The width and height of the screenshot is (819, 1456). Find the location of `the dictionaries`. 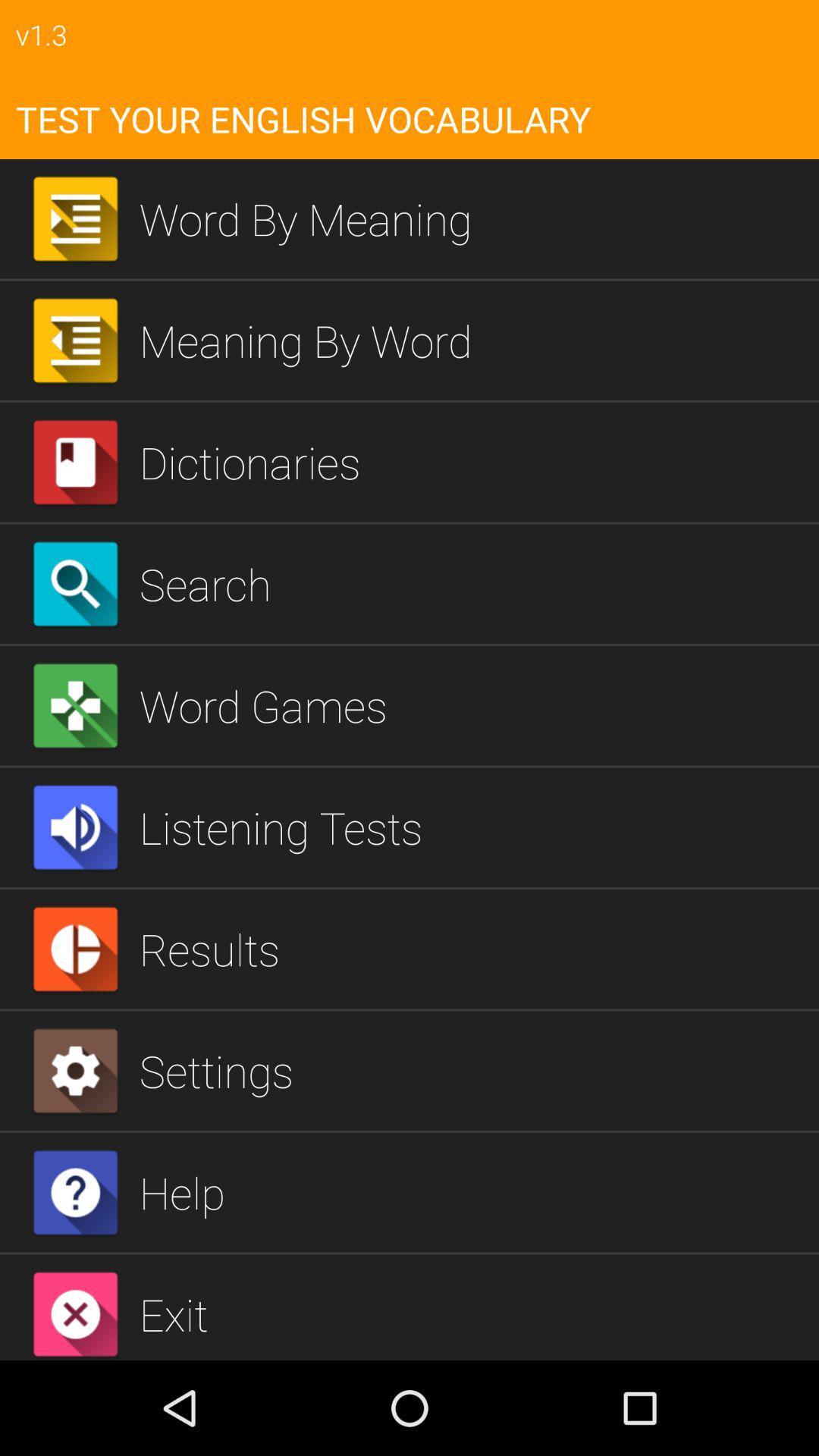

the dictionaries is located at coordinates (472, 461).